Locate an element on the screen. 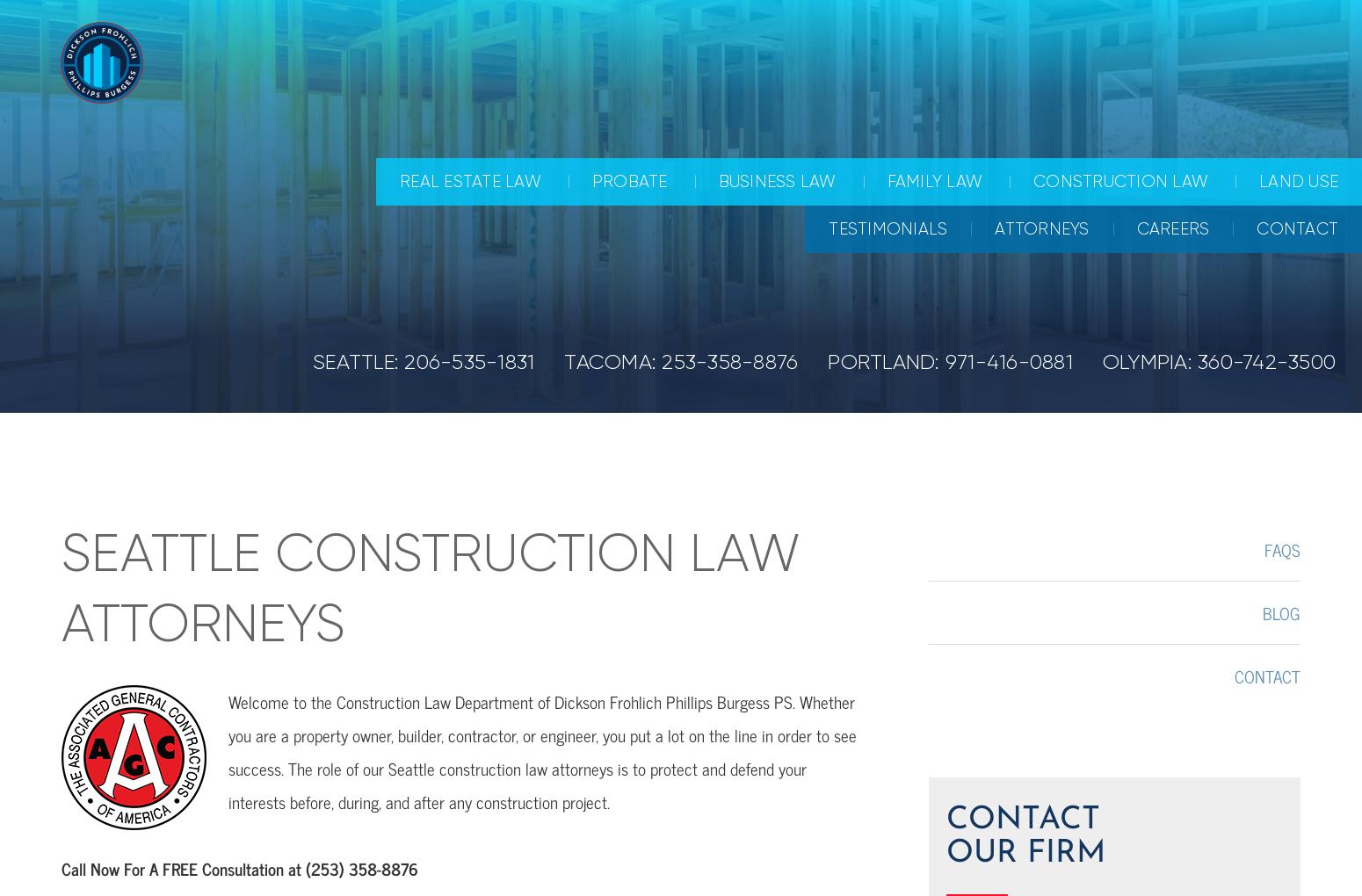  'SEATTLE:' is located at coordinates (358, 361).